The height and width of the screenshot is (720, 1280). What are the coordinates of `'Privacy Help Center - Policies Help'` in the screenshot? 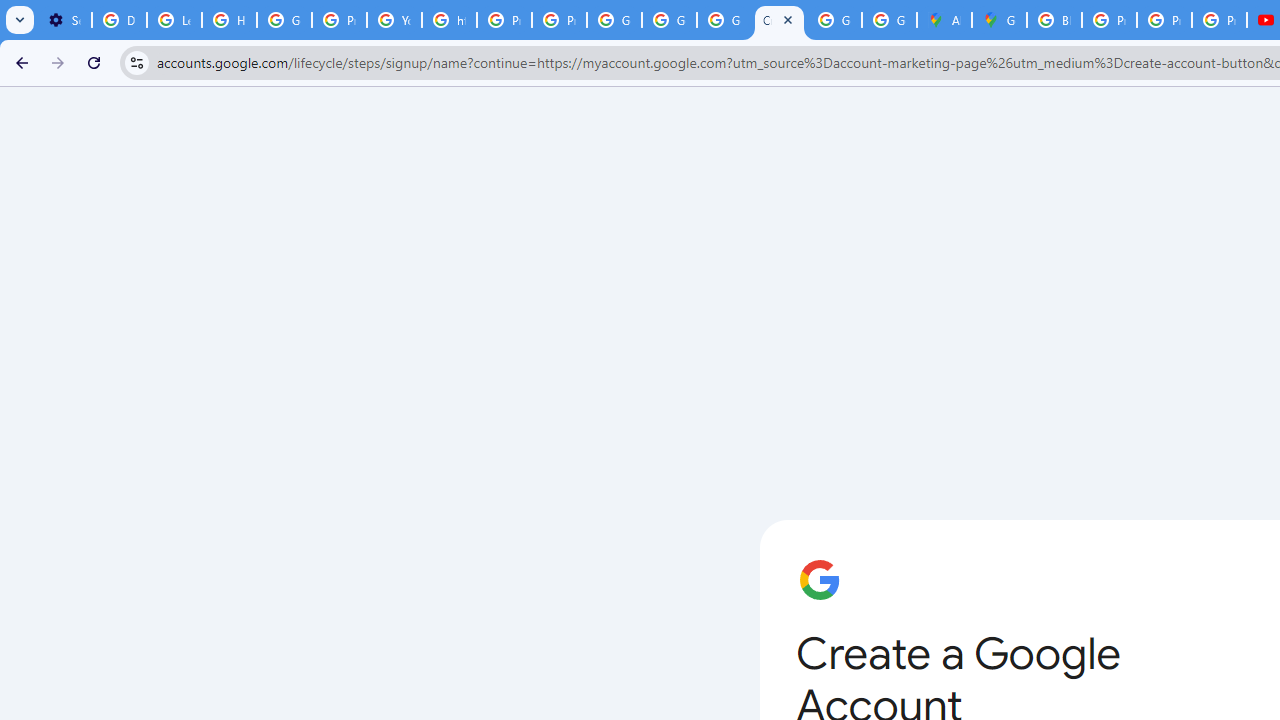 It's located at (1108, 20).